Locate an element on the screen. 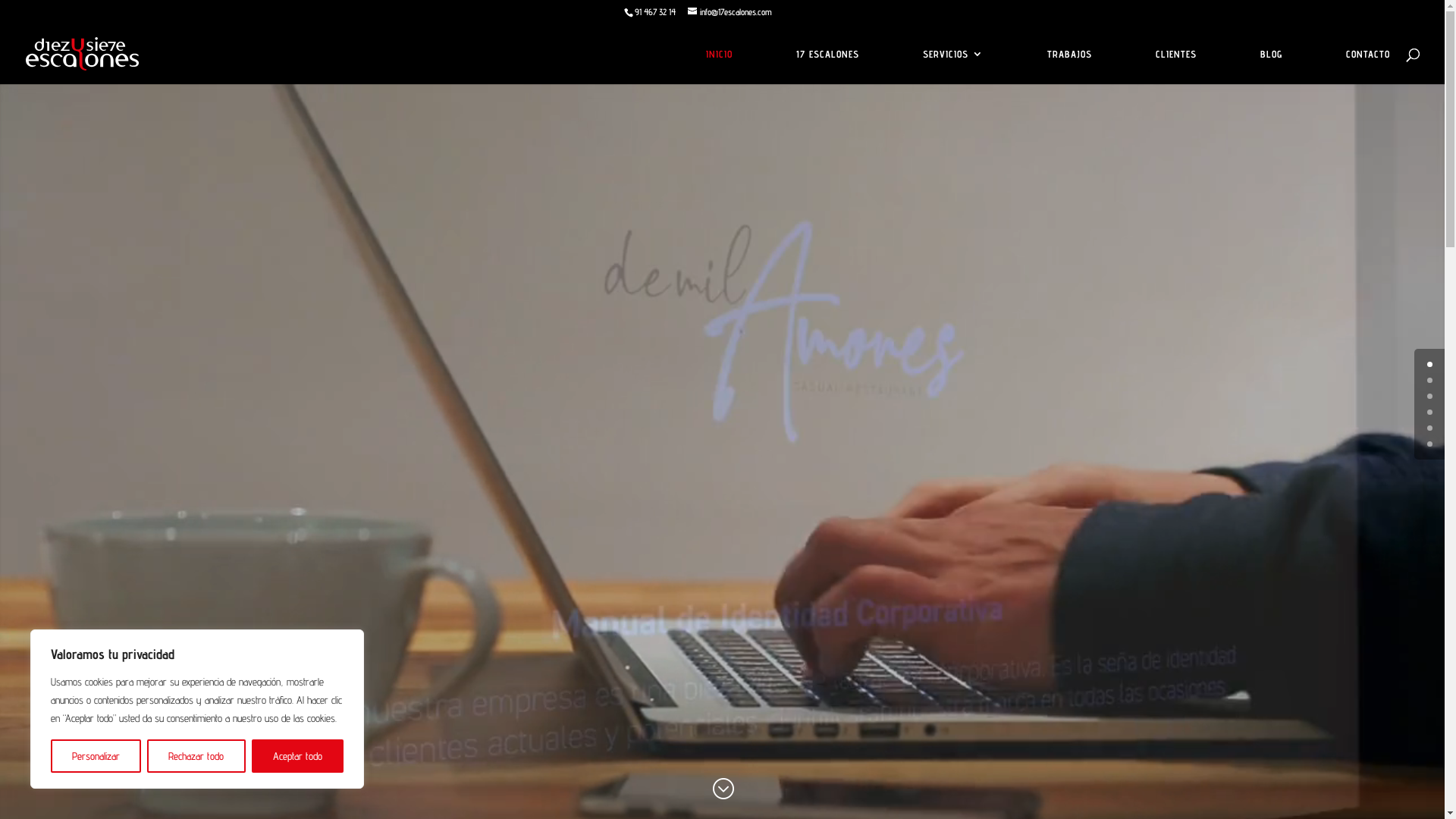 Image resolution: width=1456 pixels, height=819 pixels. 'BLOG' is located at coordinates (1271, 65).